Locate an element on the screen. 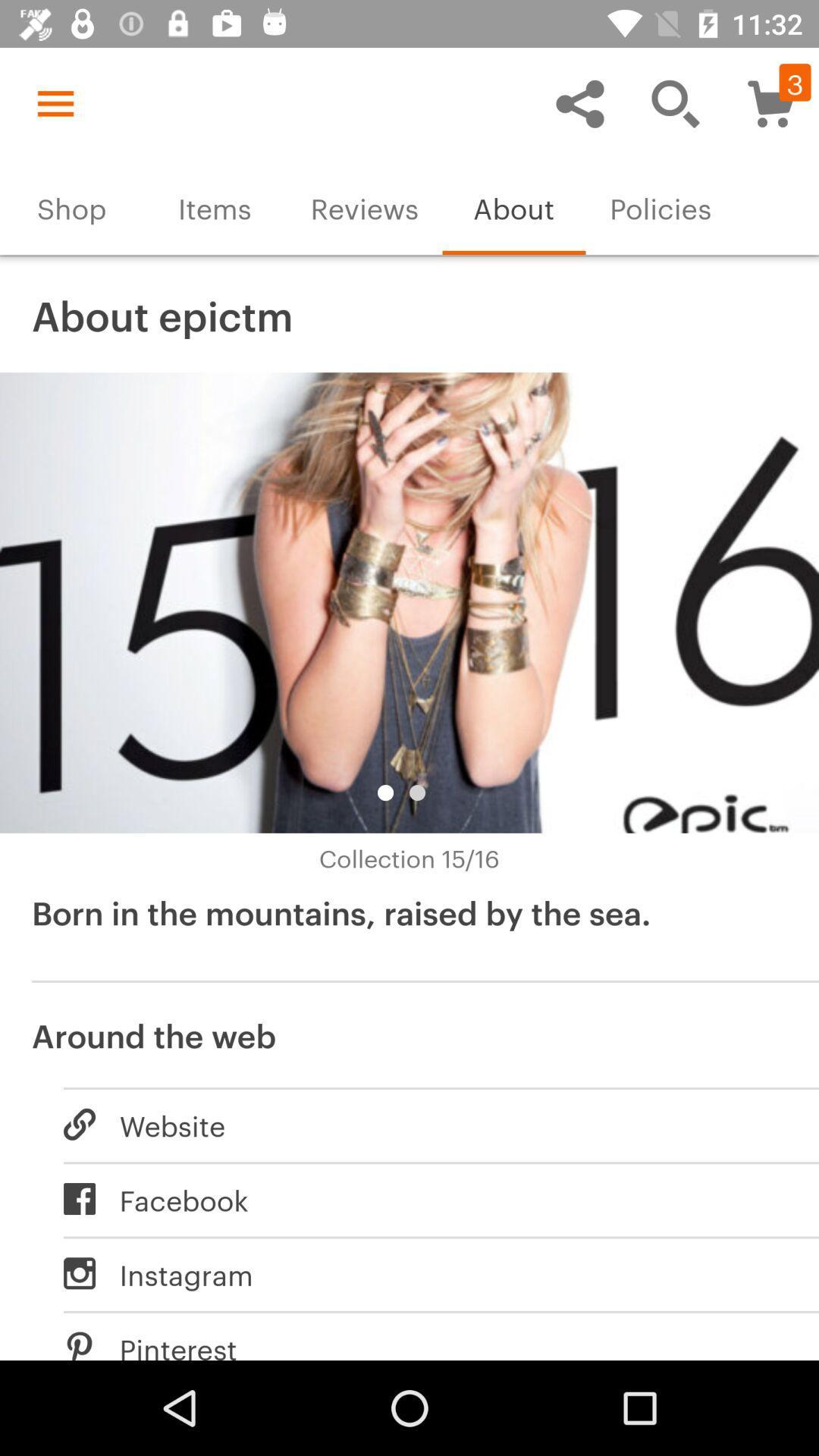  the icon below around the web is located at coordinates (425, 1125).